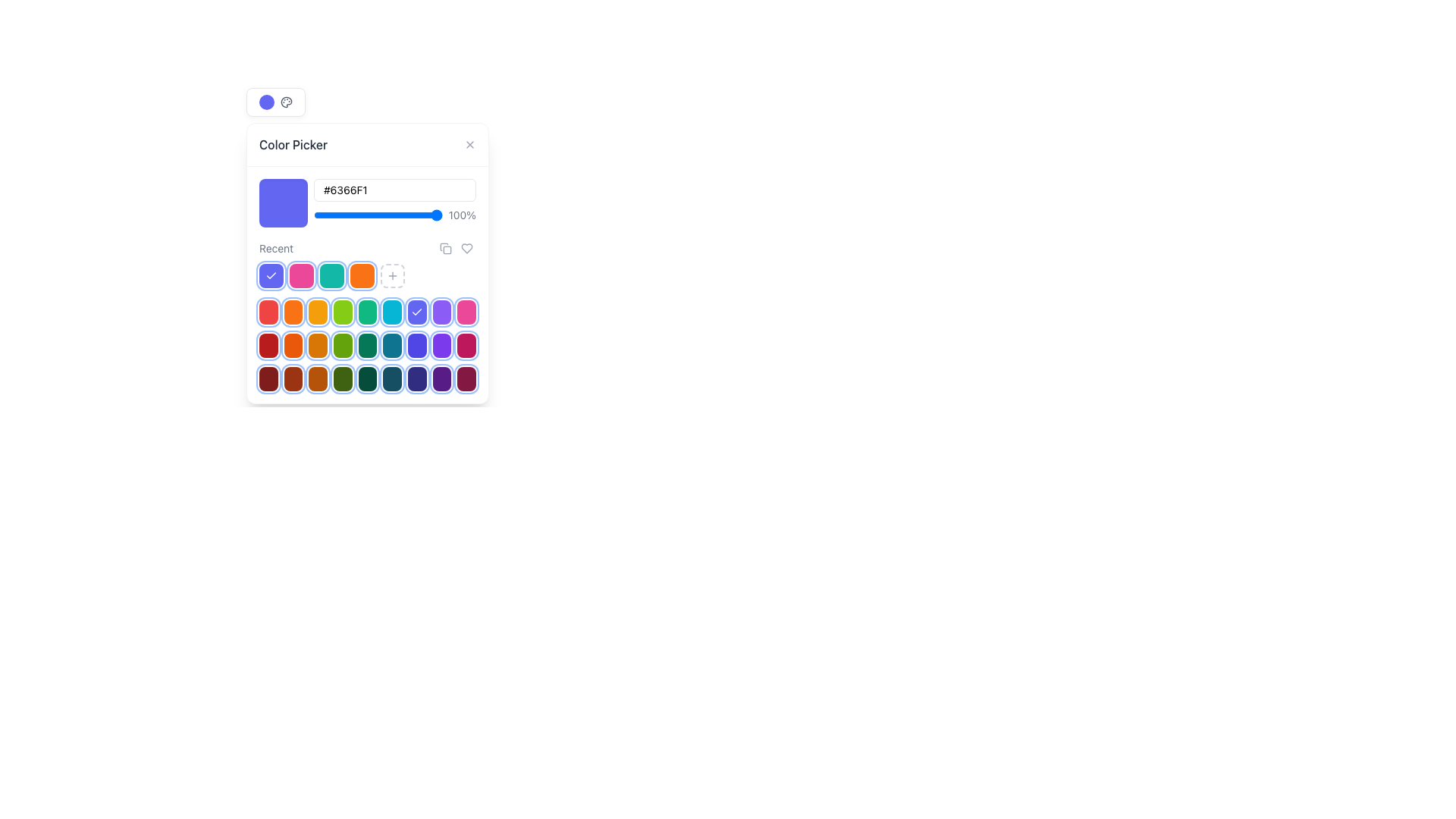 This screenshot has width=1456, height=819. Describe the element at coordinates (466, 247) in the screenshot. I see `the favorite icon located on the right side of the rectangular button in the top section of the color picker interface to favorite the item` at that location.